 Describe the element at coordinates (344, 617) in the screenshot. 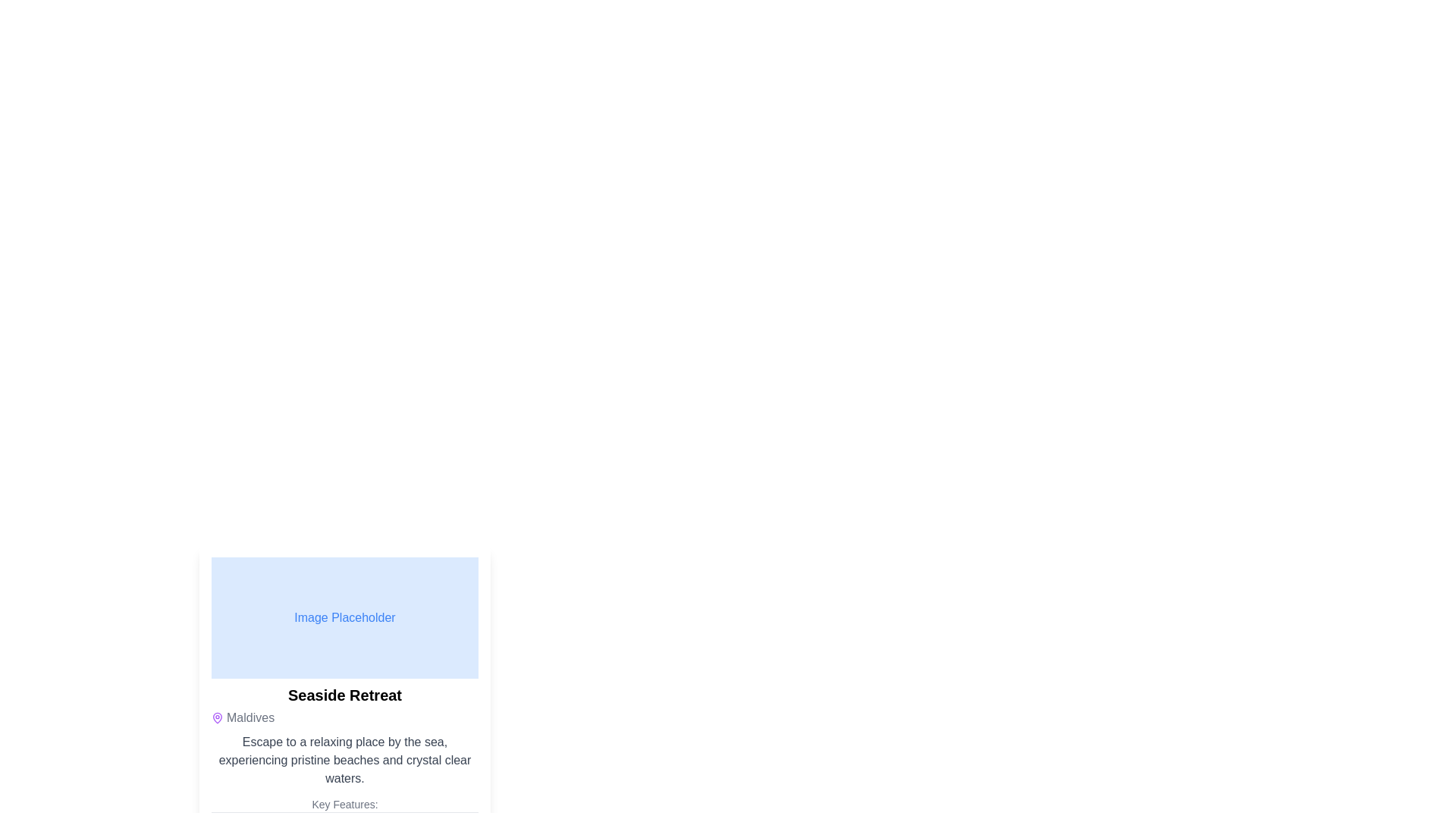

I see `the Text Label that serves as a placeholder for an image, centrally located in a light blue background within a card-like component` at that location.